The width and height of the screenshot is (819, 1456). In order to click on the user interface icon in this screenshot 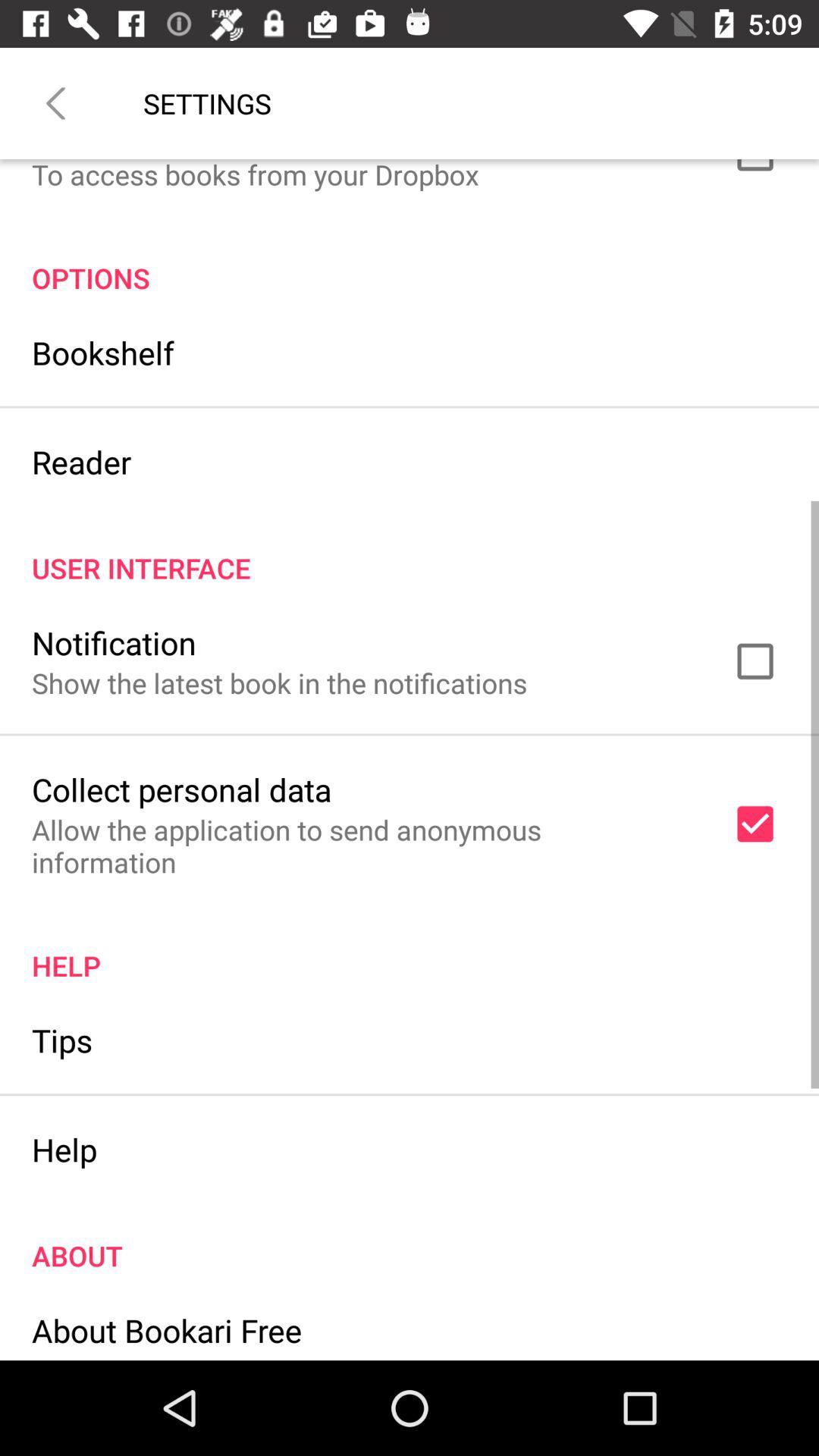, I will do `click(409, 551)`.